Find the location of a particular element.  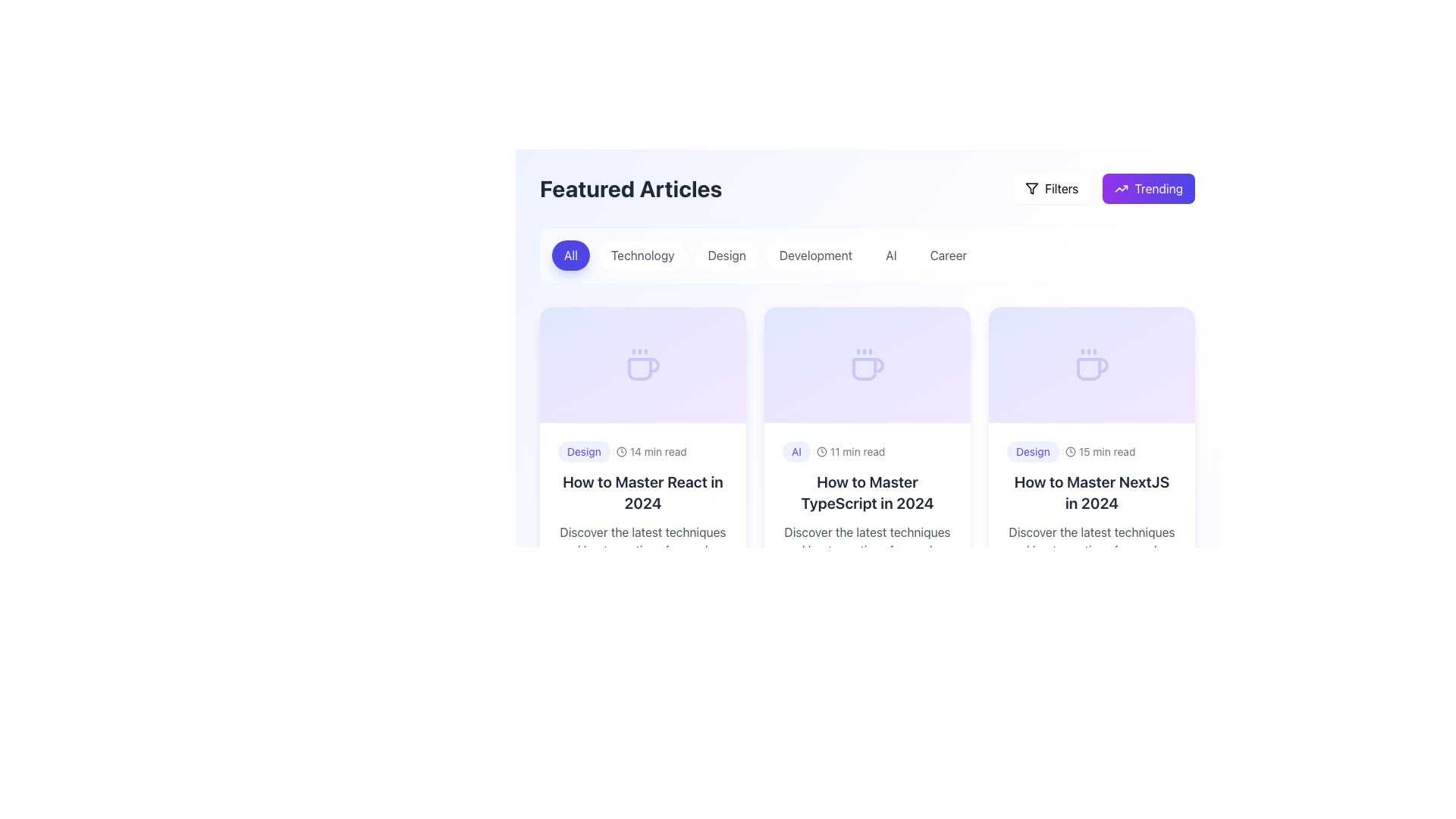

the button in the category selector located under the 'Featured Articles' section is located at coordinates (867, 254).